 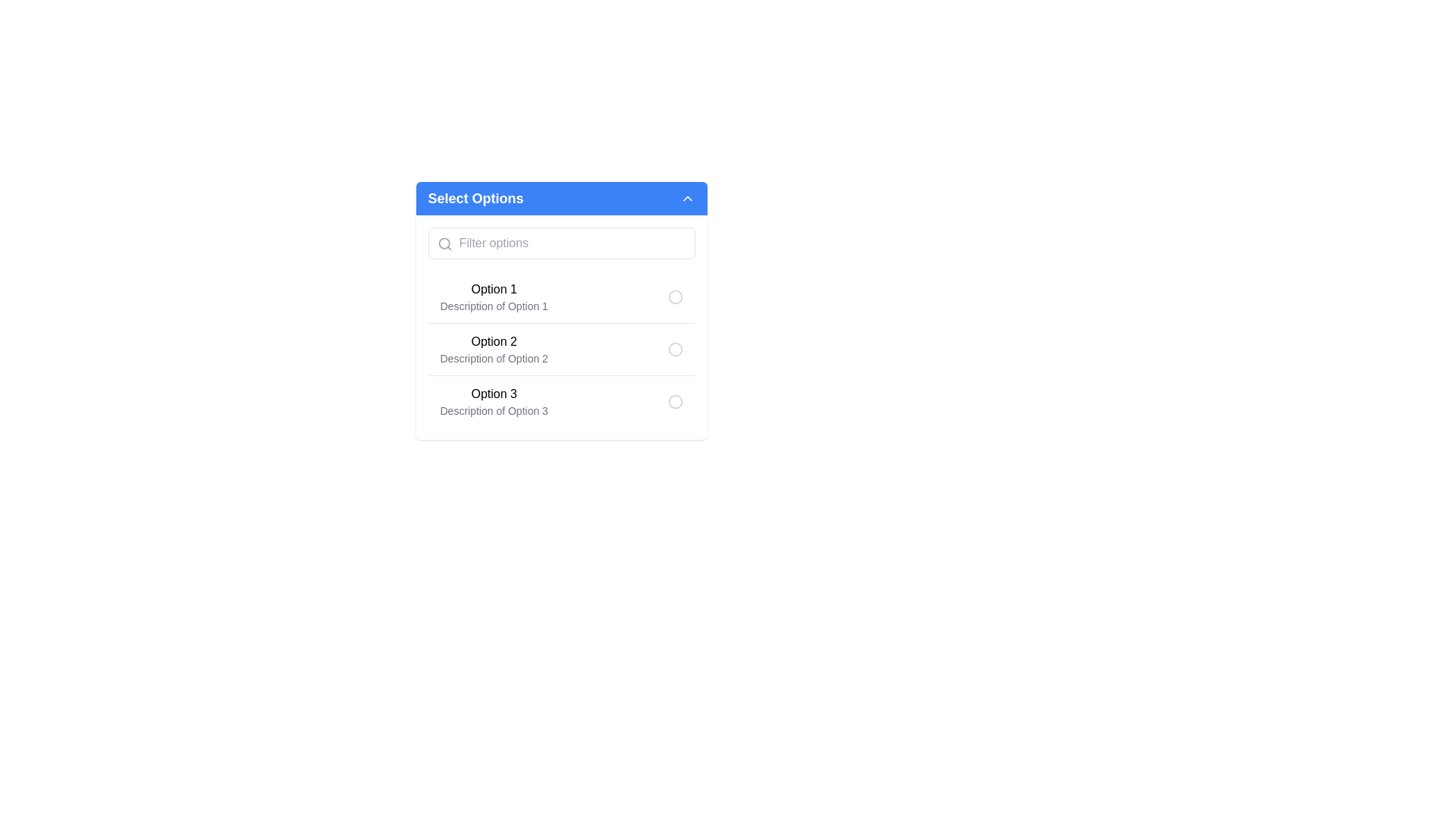 What do you see at coordinates (475, 198) in the screenshot?
I see `the 'Select Options' text label, which is prominently displayed in bold font within the blue rectangular dropdown header area` at bounding box center [475, 198].